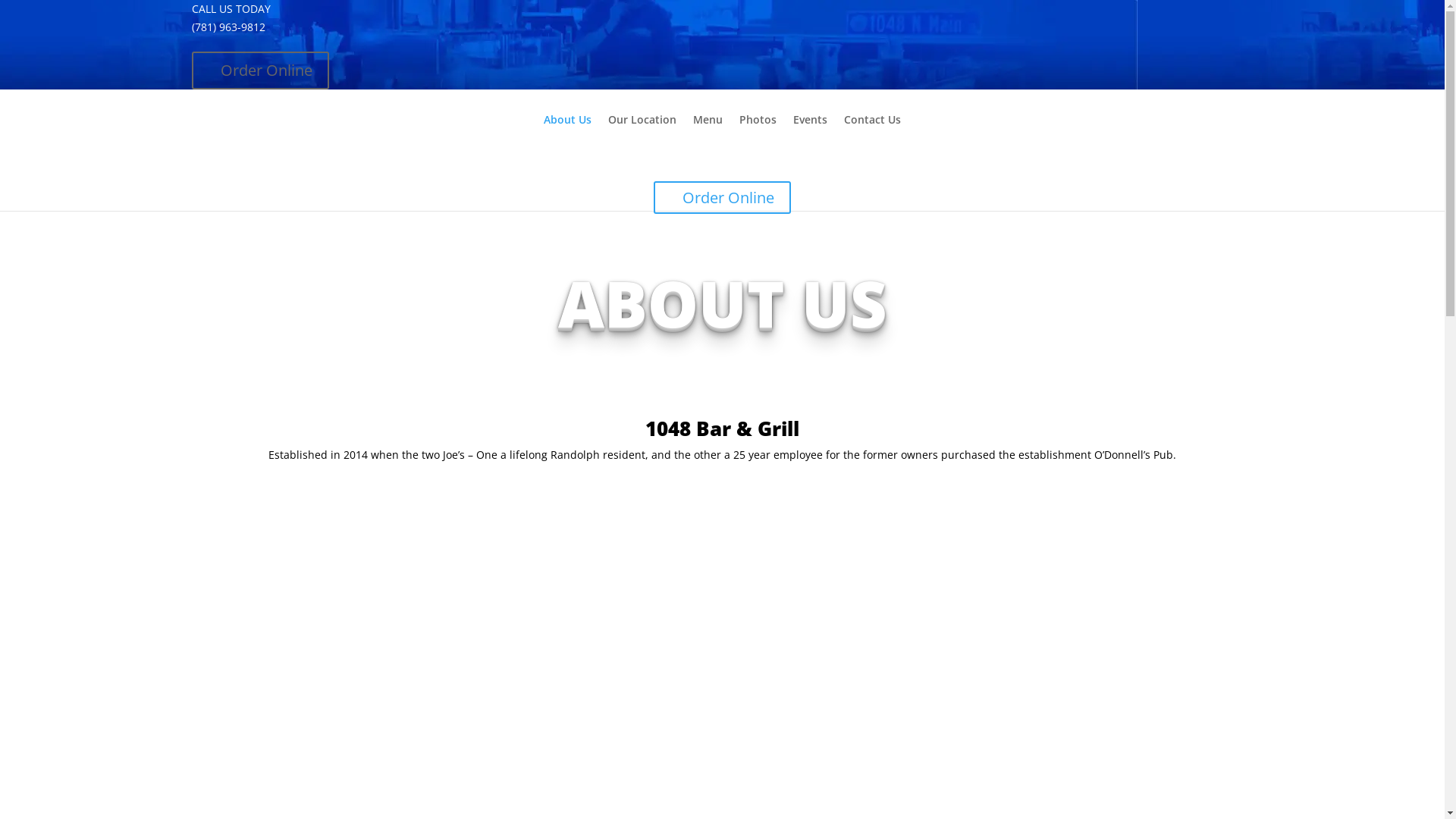  Describe the element at coordinates (692, 131) in the screenshot. I see `'Menu'` at that location.